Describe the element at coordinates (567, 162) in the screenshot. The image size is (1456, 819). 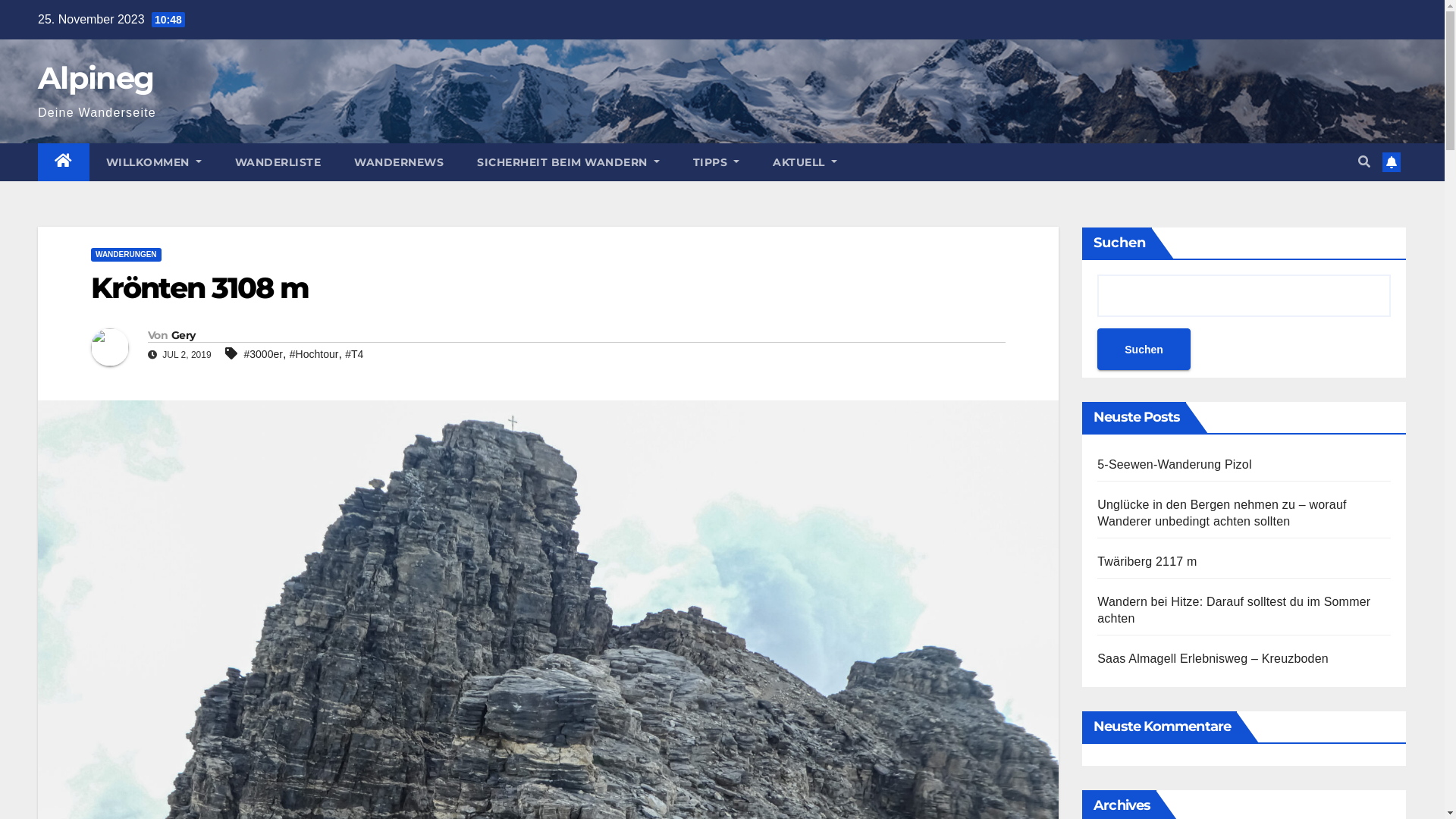
I see `'SICHERHEIT BEIM WANDERN'` at that location.